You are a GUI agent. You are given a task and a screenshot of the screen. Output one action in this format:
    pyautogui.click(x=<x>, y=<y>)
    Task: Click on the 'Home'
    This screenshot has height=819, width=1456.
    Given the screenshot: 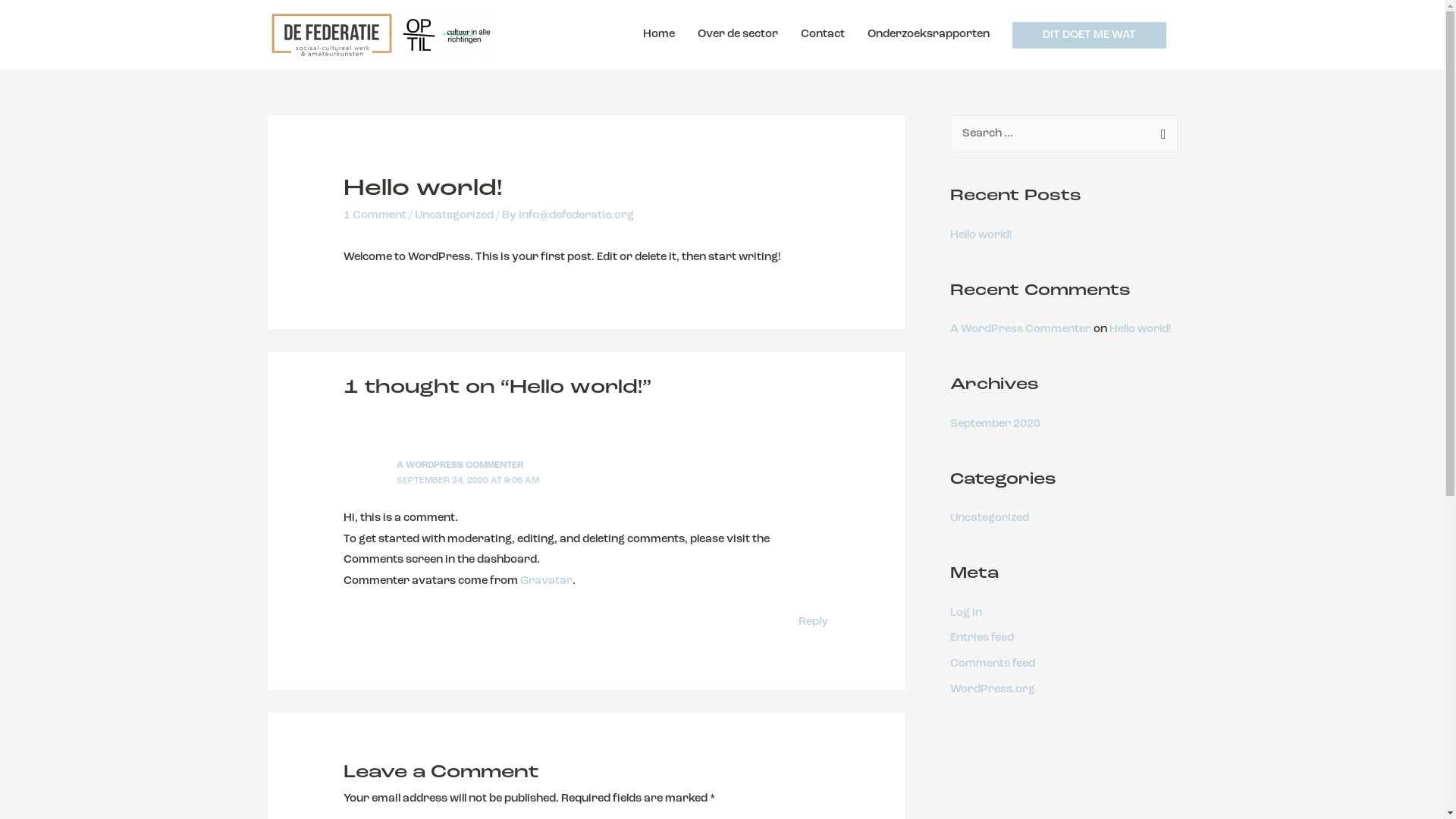 What is the action you would take?
    pyautogui.click(x=658, y=34)
    